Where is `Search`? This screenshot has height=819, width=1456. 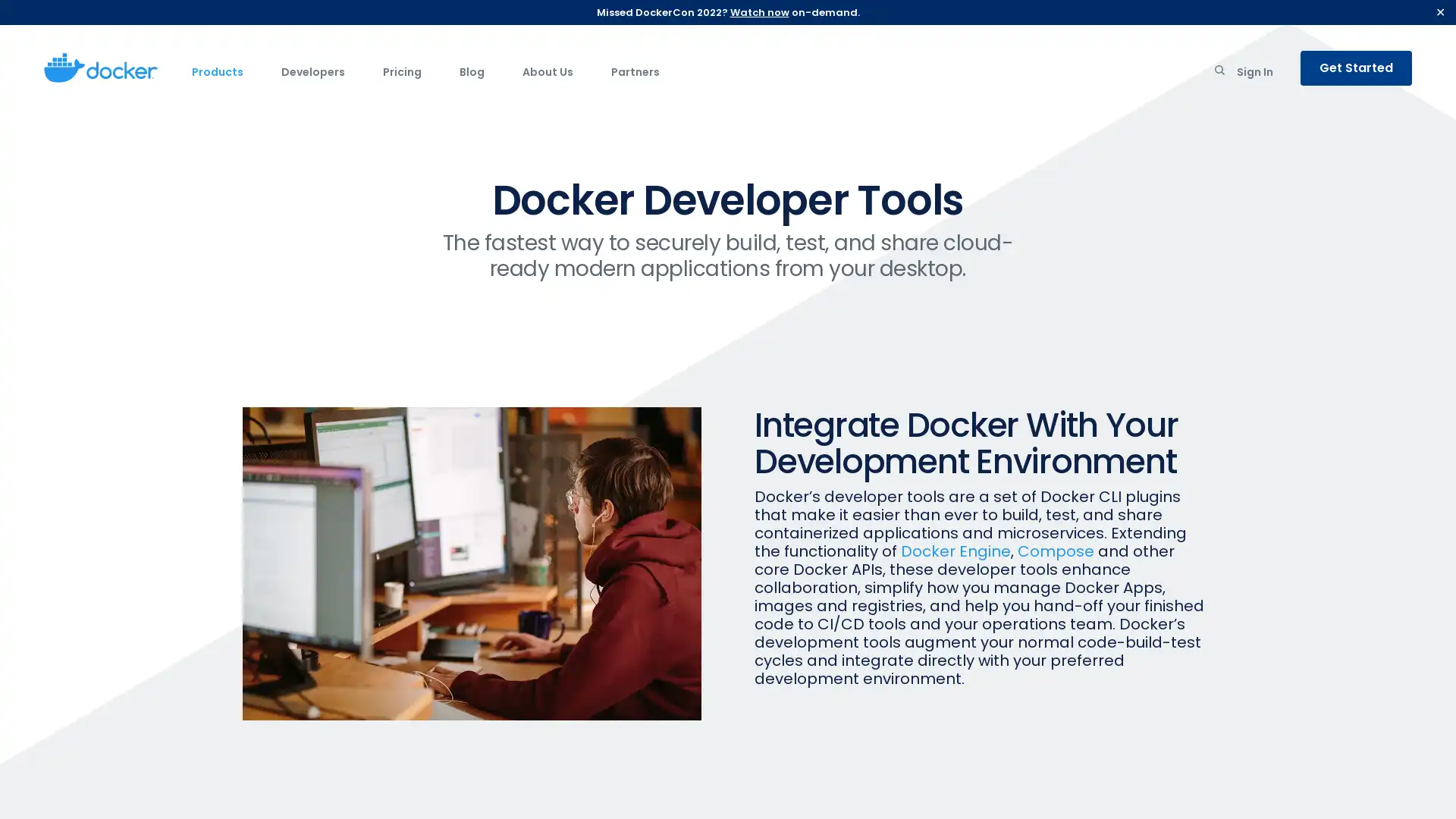 Search is located at coordinates (1219, 73).